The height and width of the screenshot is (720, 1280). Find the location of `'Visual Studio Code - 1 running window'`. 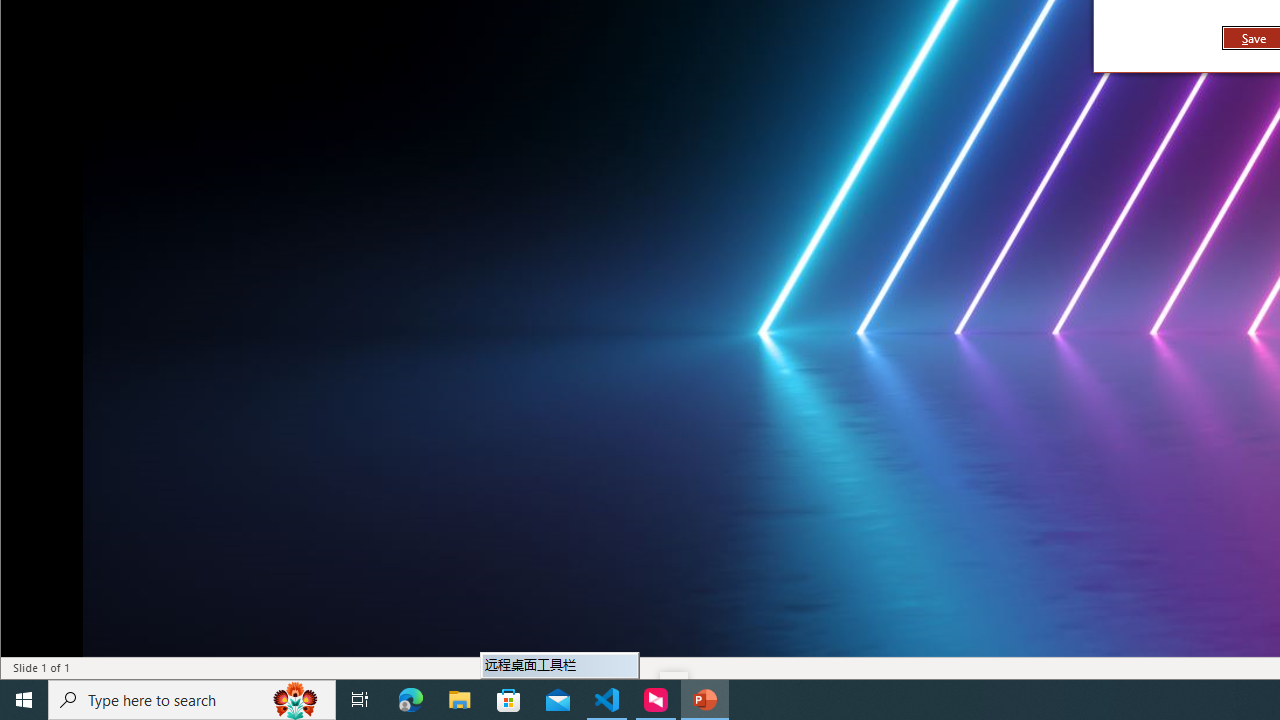

'Visual Studio Code - 1 running window' is located at coordinates (606, 698).